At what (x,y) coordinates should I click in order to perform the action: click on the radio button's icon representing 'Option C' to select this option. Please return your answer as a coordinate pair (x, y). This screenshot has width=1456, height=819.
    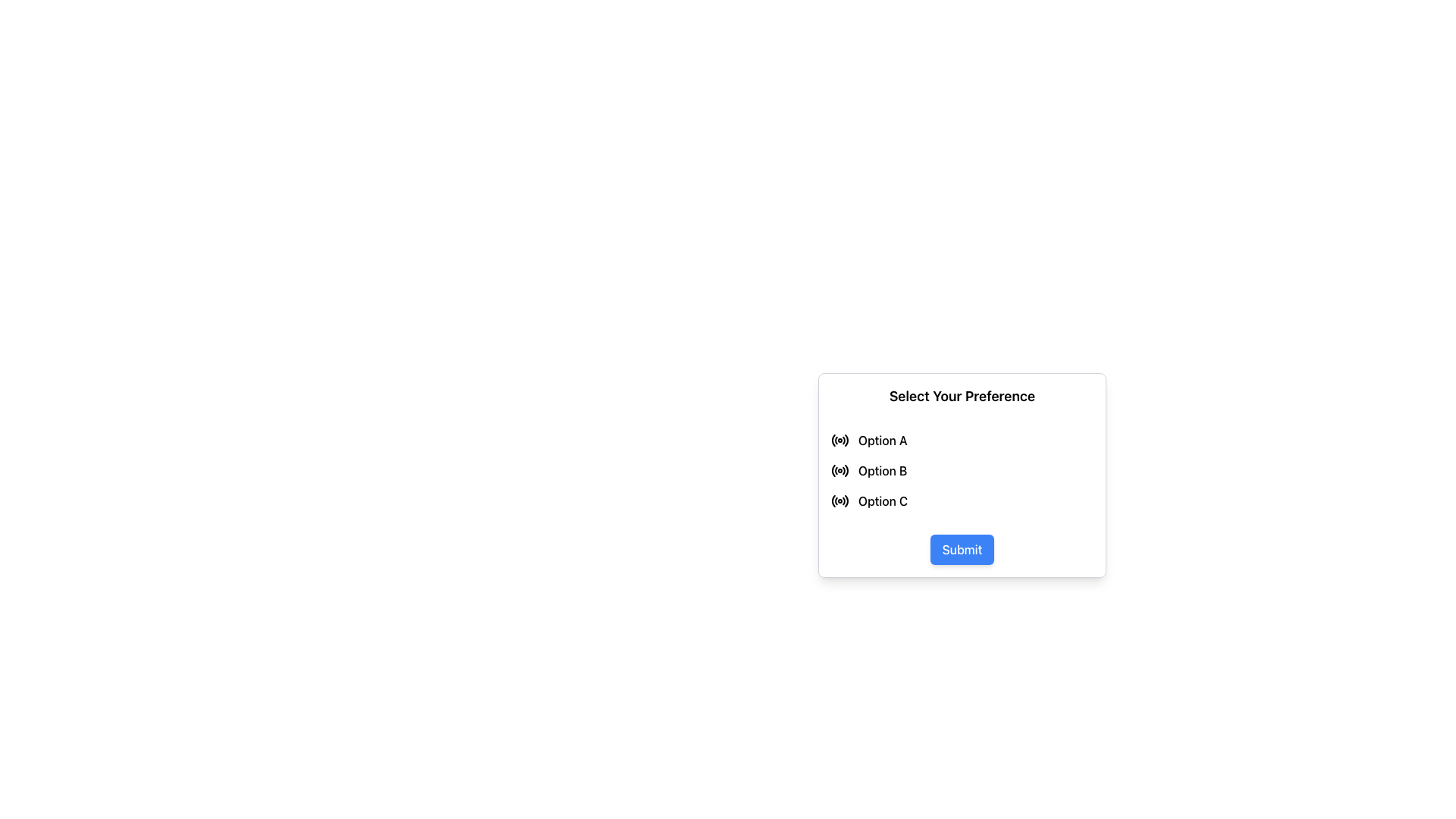
    Looking at the image, I should click on (846, 500).